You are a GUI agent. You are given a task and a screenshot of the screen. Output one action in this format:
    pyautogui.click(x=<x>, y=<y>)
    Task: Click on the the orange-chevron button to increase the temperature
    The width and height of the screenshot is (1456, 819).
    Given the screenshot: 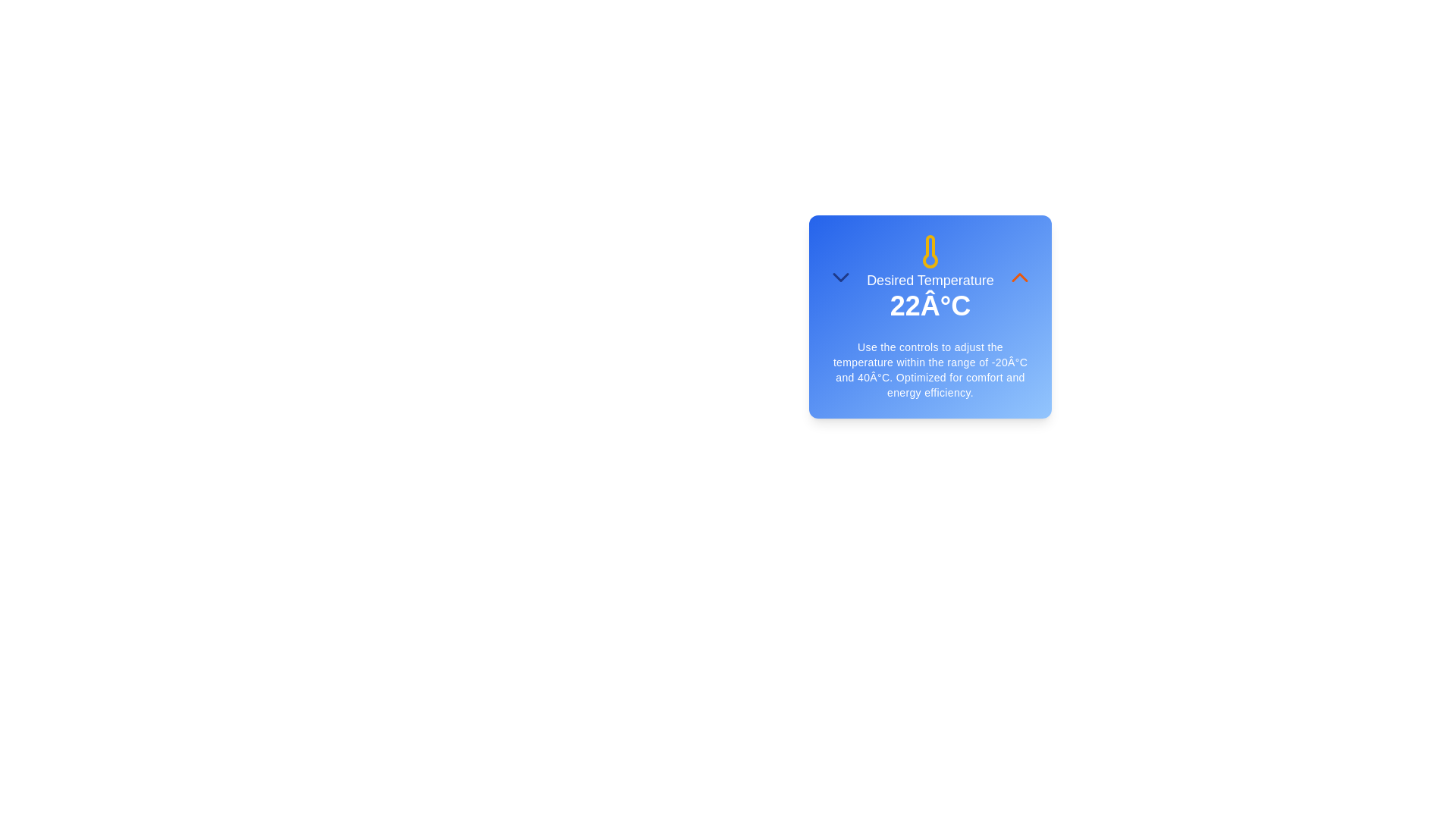 What is the action you would take?
    pyautogui.click(x=1019, y=278)
    